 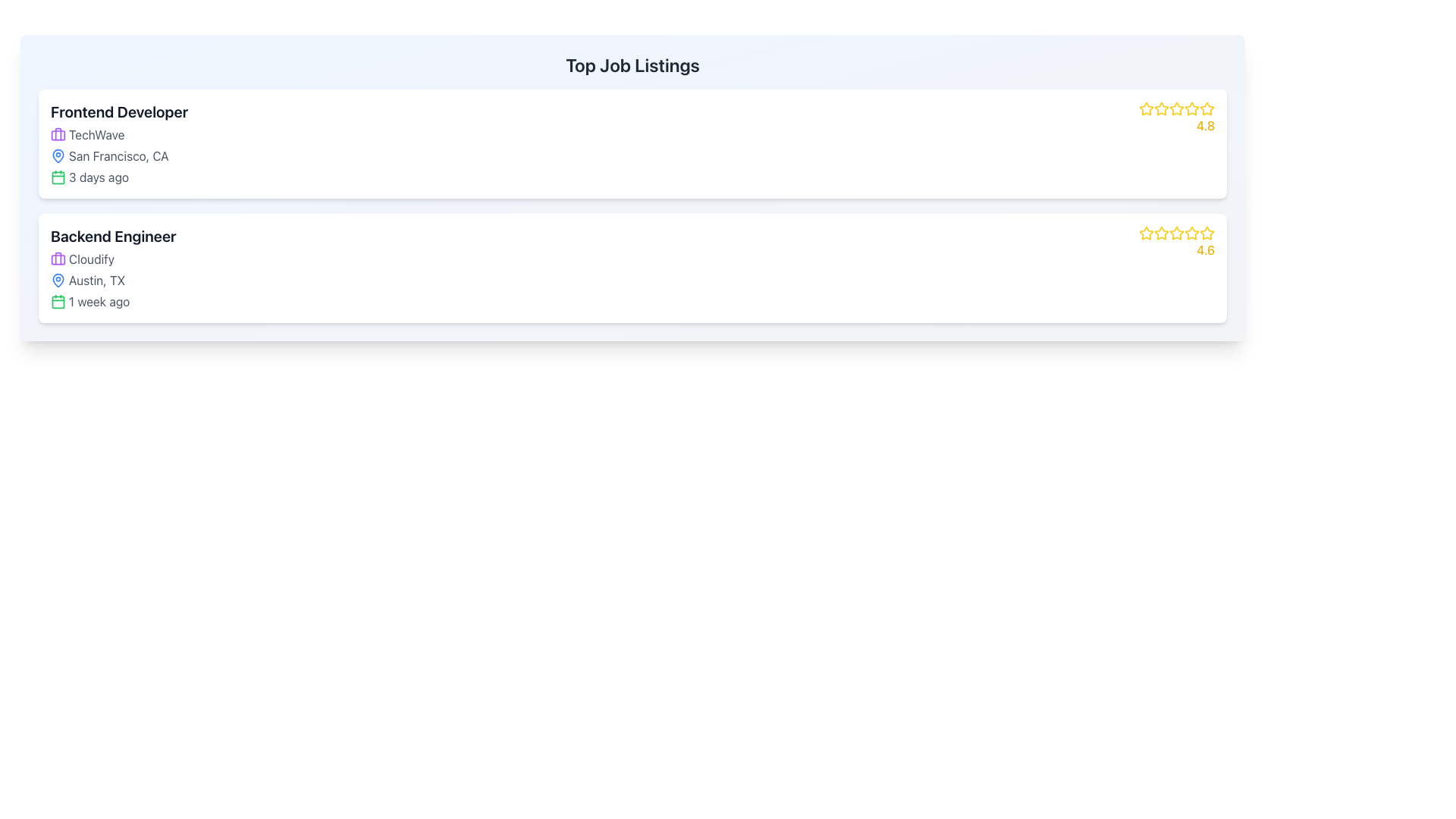 What do you see at coordinates (58, 177) in the screenshot?
I see `the calendar icon located at the top left of the first job listing card, which is positioned before the text '3 days ago.'` at bounding box center [58, 177].